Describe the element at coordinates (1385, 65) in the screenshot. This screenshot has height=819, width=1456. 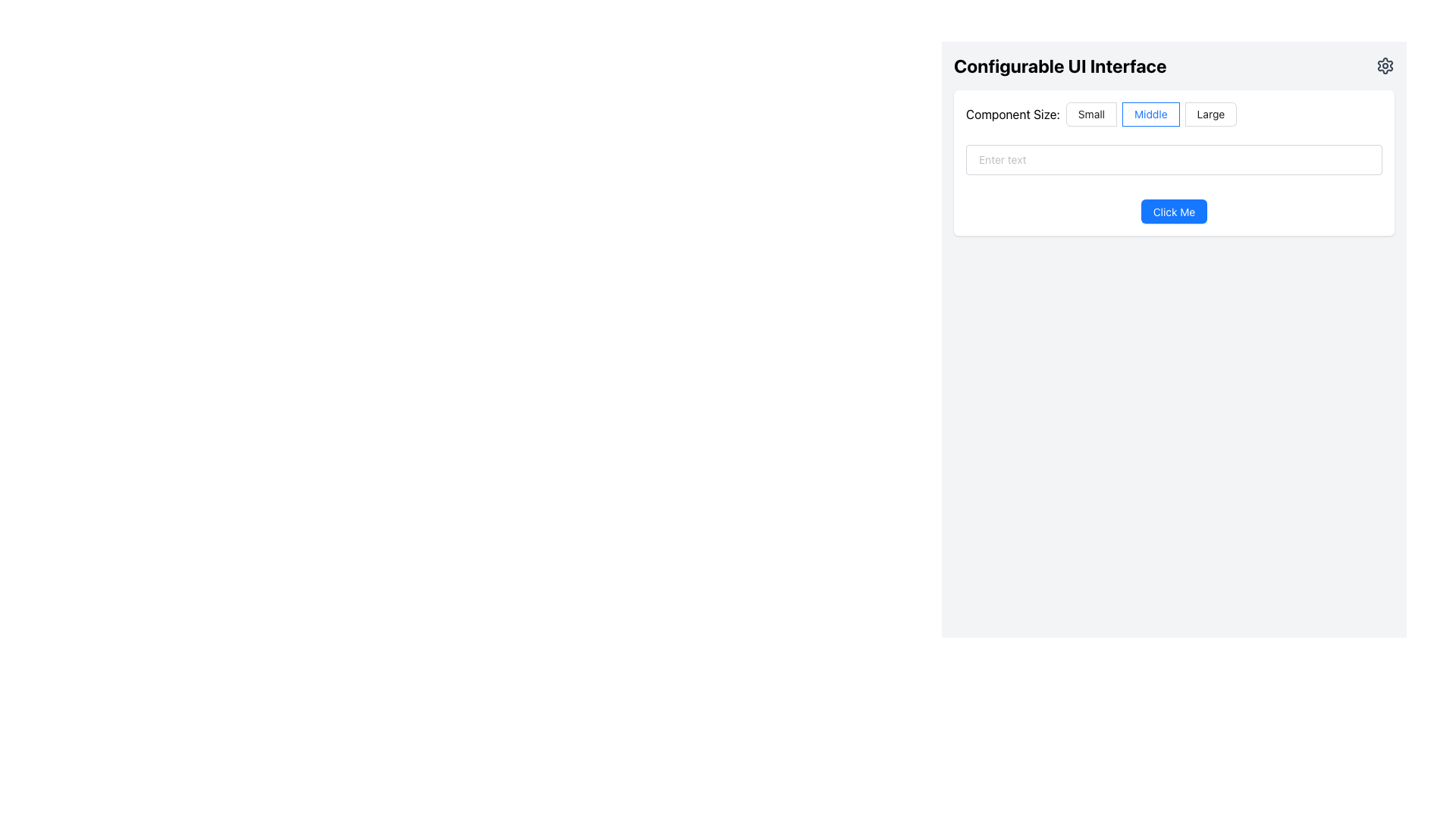
I see `the gear icon button in the top-right corner of the 'Configurable UI Interface' header` at that location.